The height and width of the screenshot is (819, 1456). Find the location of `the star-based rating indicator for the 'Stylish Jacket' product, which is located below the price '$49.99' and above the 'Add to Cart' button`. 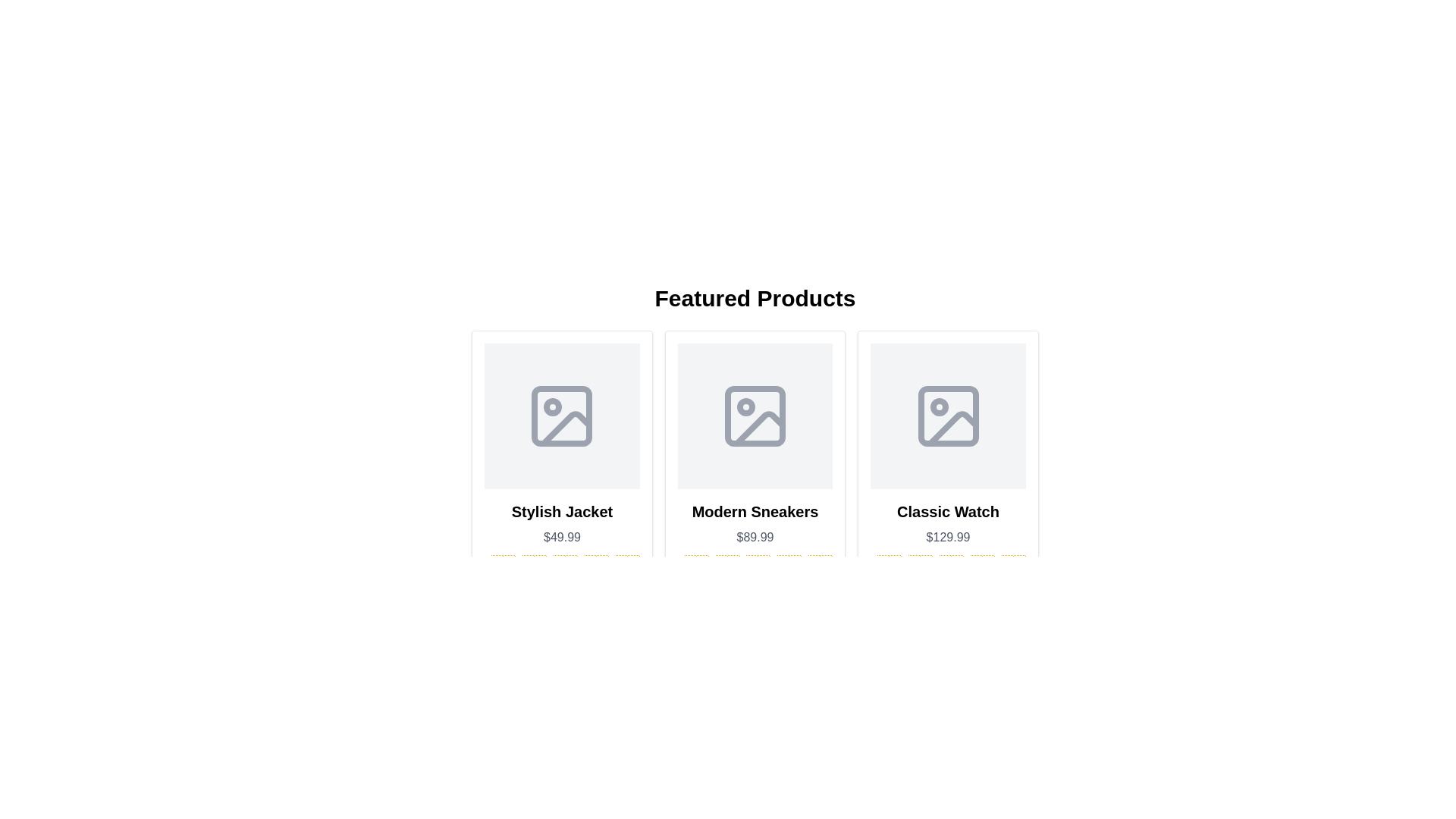

the star-based rating indicator for the 'Stylish Jacket' product, which is located below the price '$49.99' and above the 'Add to Cart' button is located at coordinates (561, 561).